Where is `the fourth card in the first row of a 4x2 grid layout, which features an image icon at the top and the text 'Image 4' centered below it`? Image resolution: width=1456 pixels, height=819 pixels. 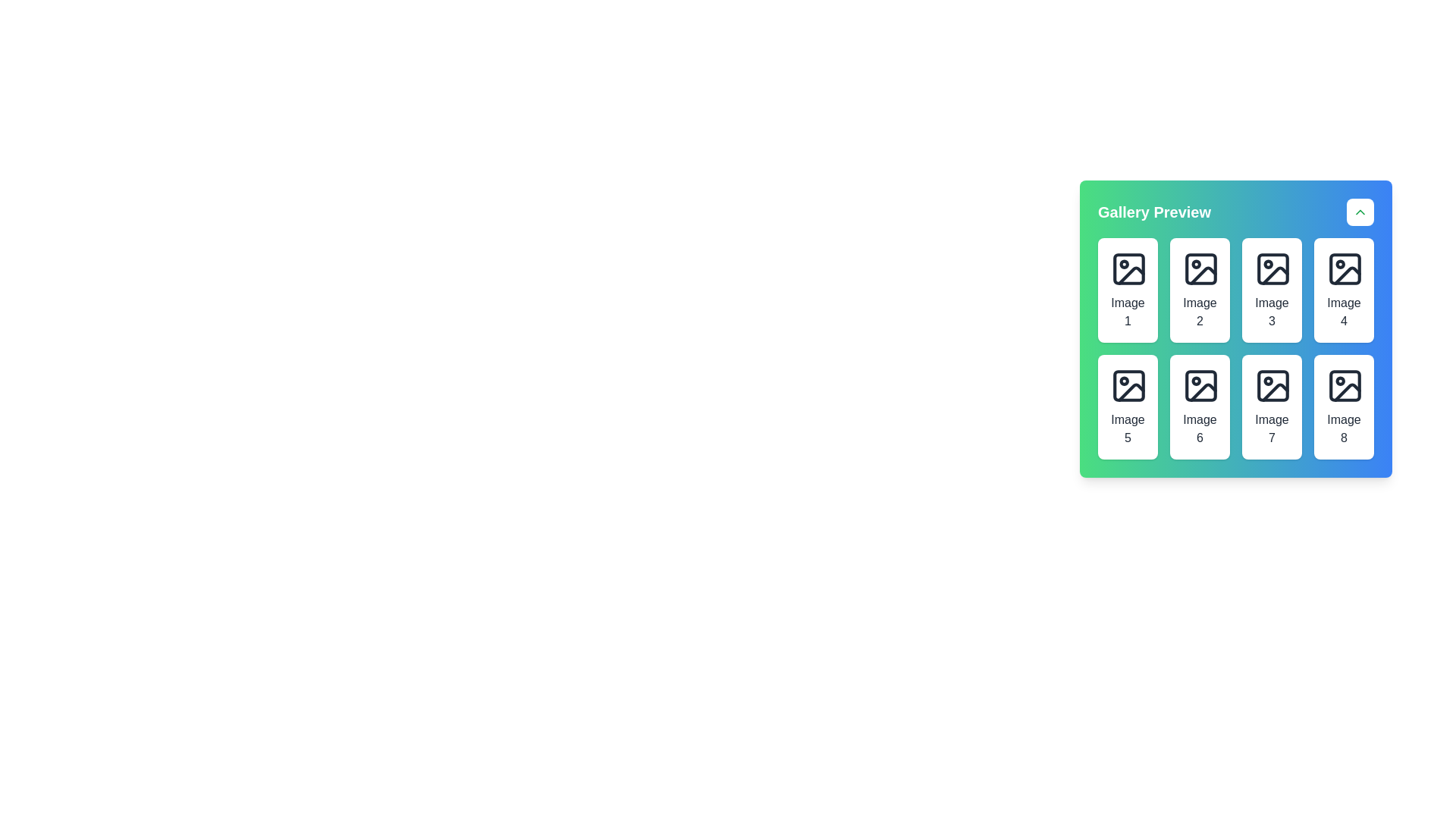 the fourth card in the first row of a 4x2 grid layout, which features an image icon at the top and the text 'Image 4' centered below it is located at coordinates (1344, 290).